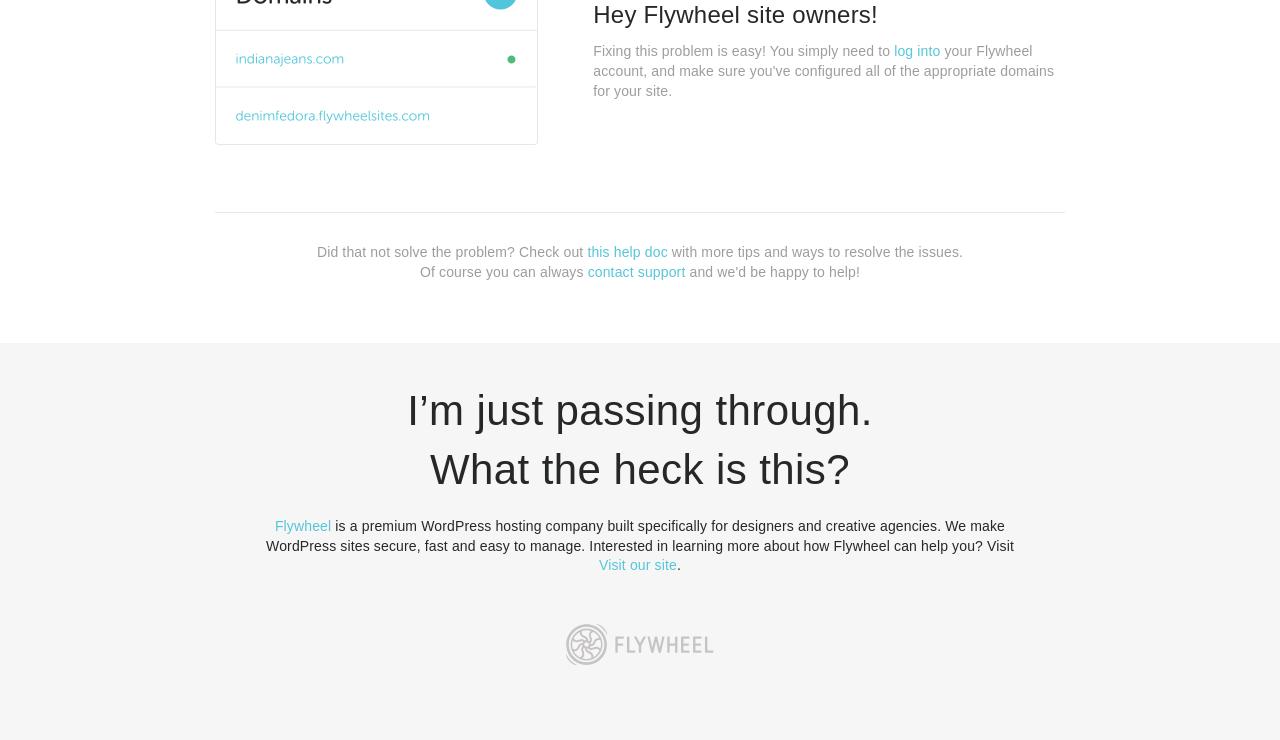 The width and height of the screenshot is (1280, 740). I want to click on '.', so click(678, 563).